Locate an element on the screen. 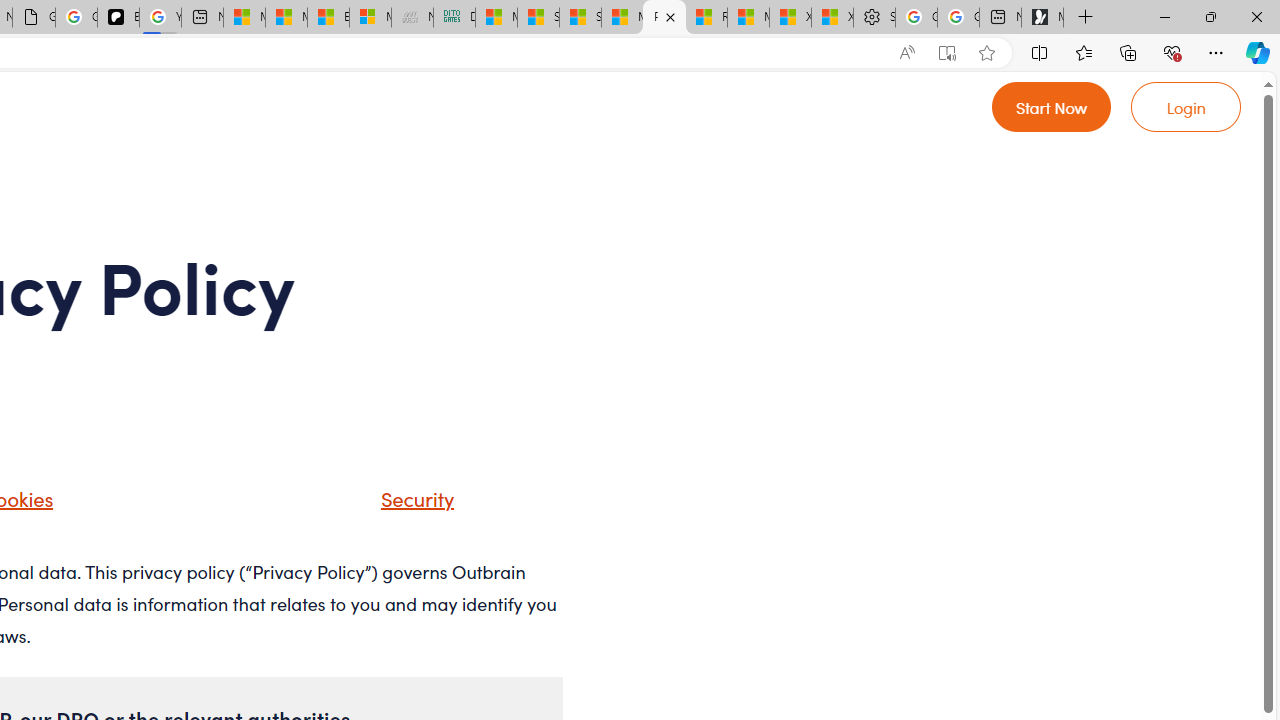 The height and width of the screenshot is (720, 1280). 'Security' is located at coordinates (392, 504).